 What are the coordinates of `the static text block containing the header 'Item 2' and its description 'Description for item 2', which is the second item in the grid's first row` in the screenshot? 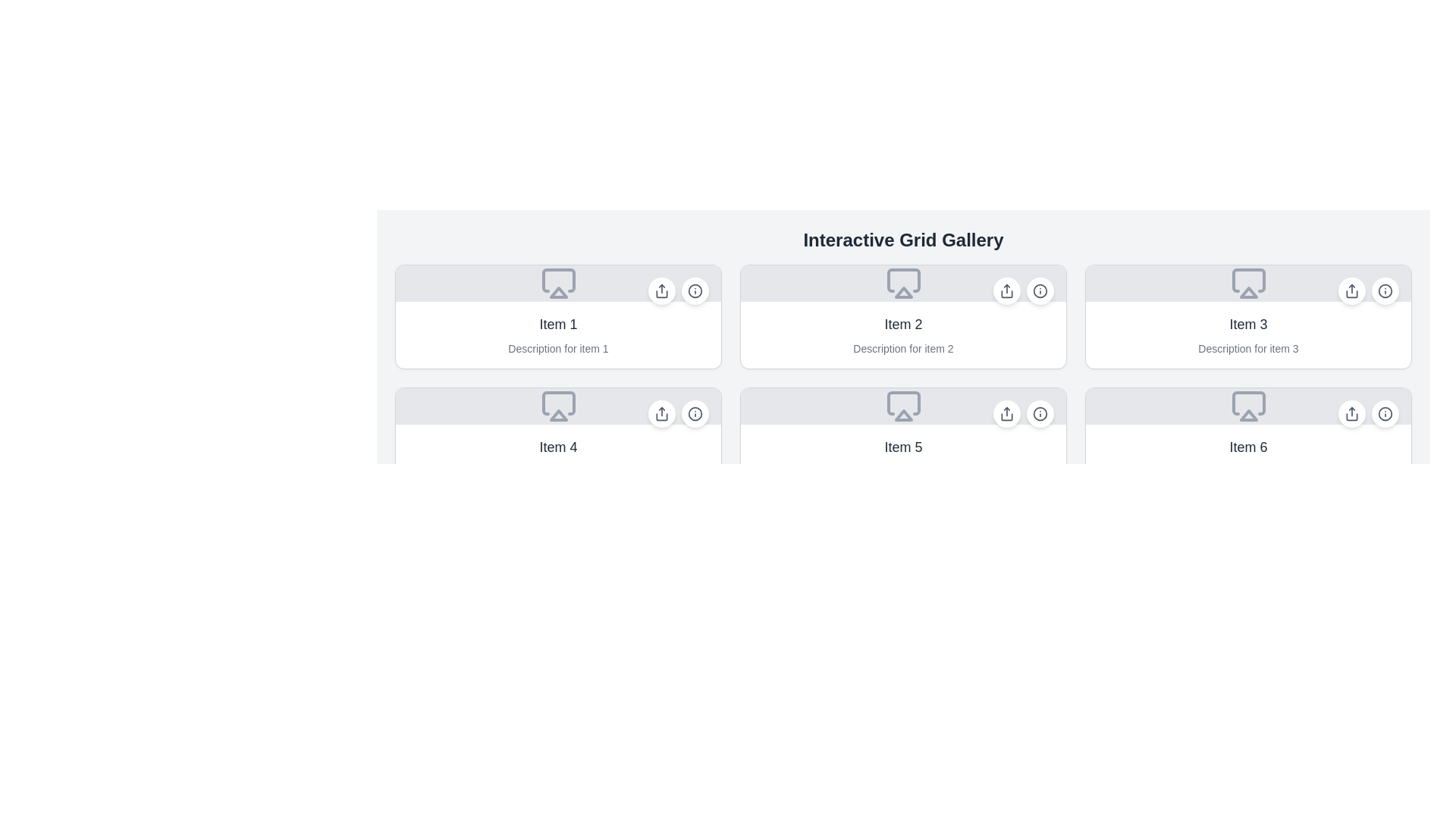 It's located at (903, 334).